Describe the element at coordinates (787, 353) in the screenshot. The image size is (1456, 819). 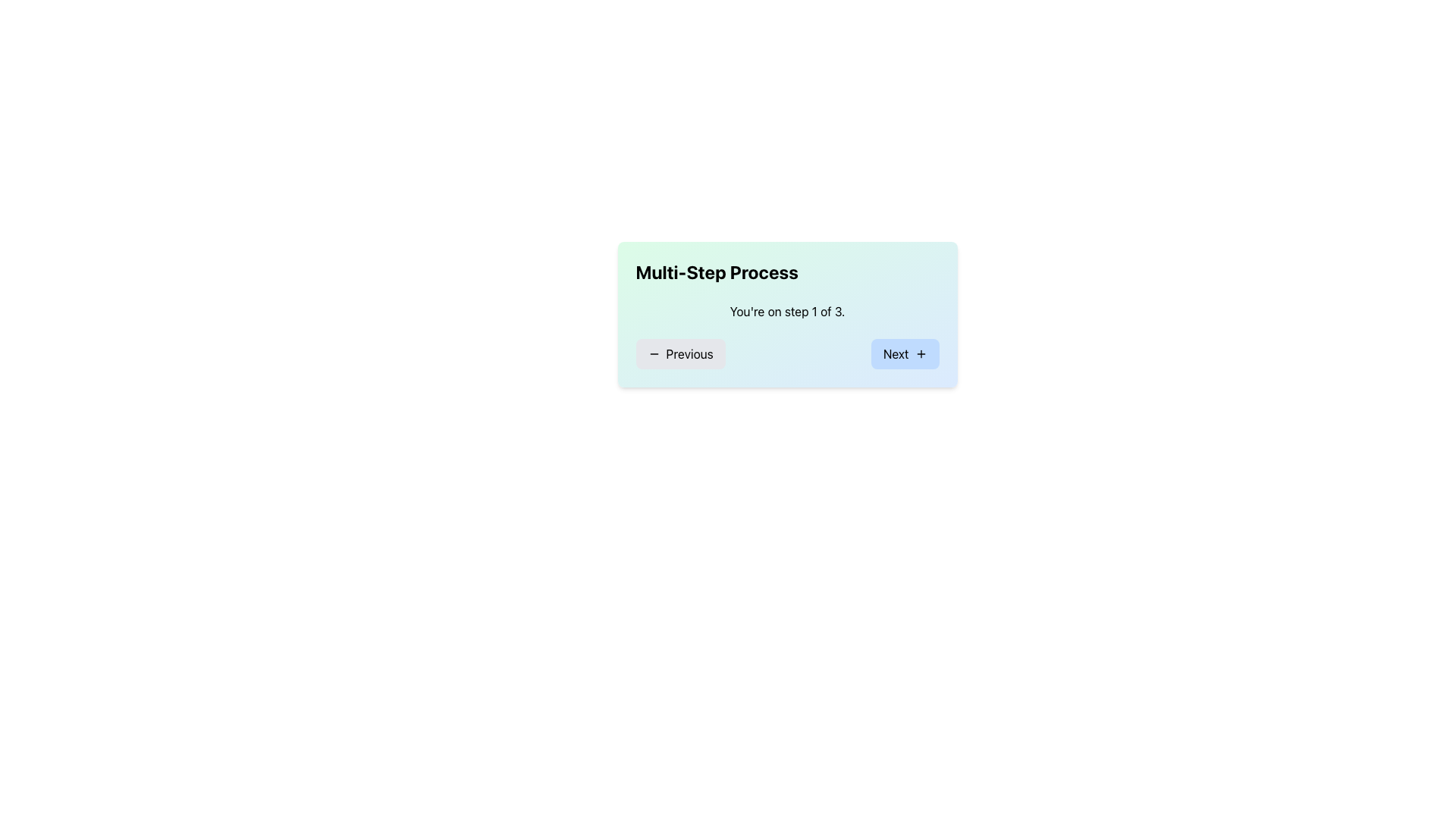
I see `the button group for the multi-step process to observe hover effects on the 'Previous' and 'Next' buttons` at that location.